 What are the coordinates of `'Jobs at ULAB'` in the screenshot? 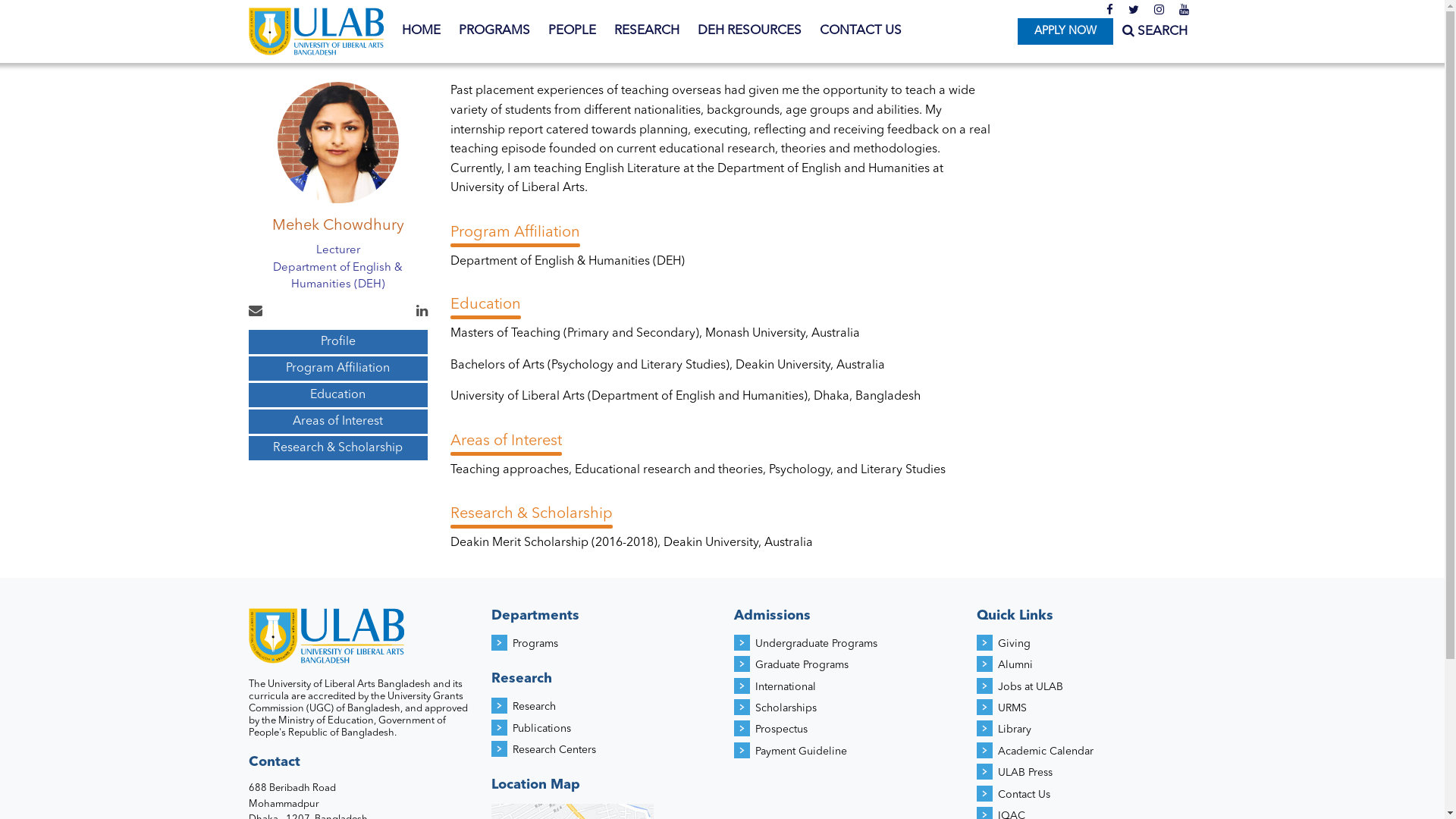 It's located at (1030, 687).